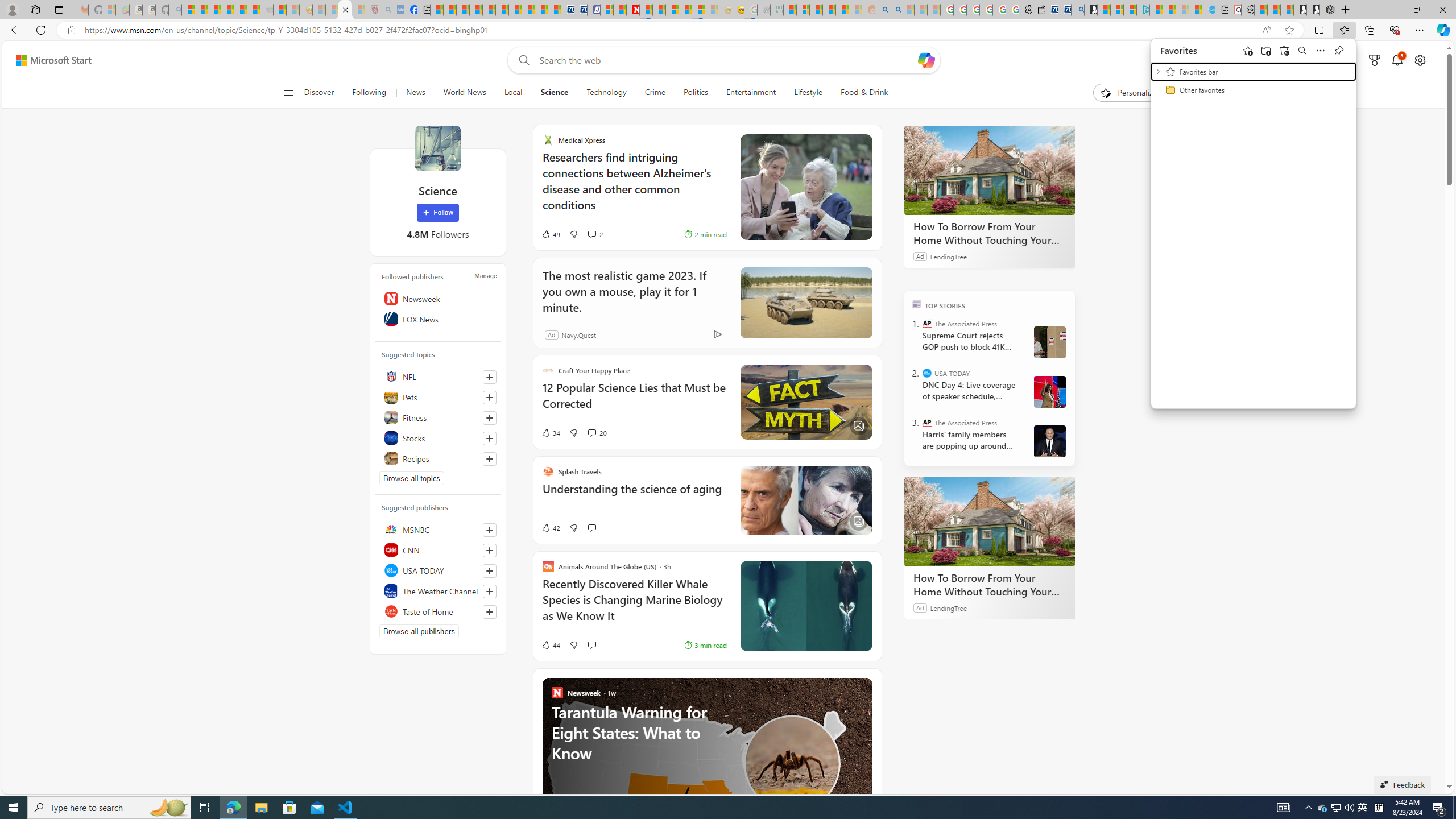 The width and height of the screenshot is (1456, 819). Describe the element at coordinates (1038, 9) in the screenshot. I see `'Wallet'` at that location.